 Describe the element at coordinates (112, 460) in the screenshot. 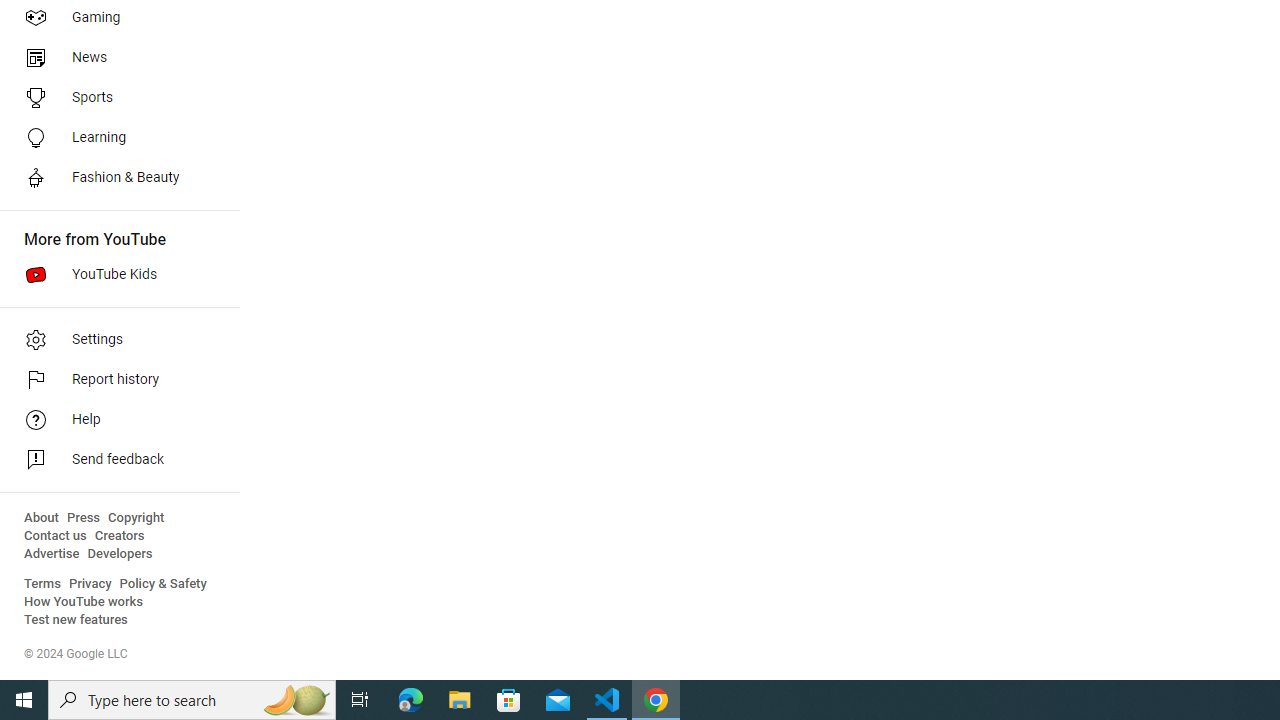

I see `'Send feedback'` at that location.